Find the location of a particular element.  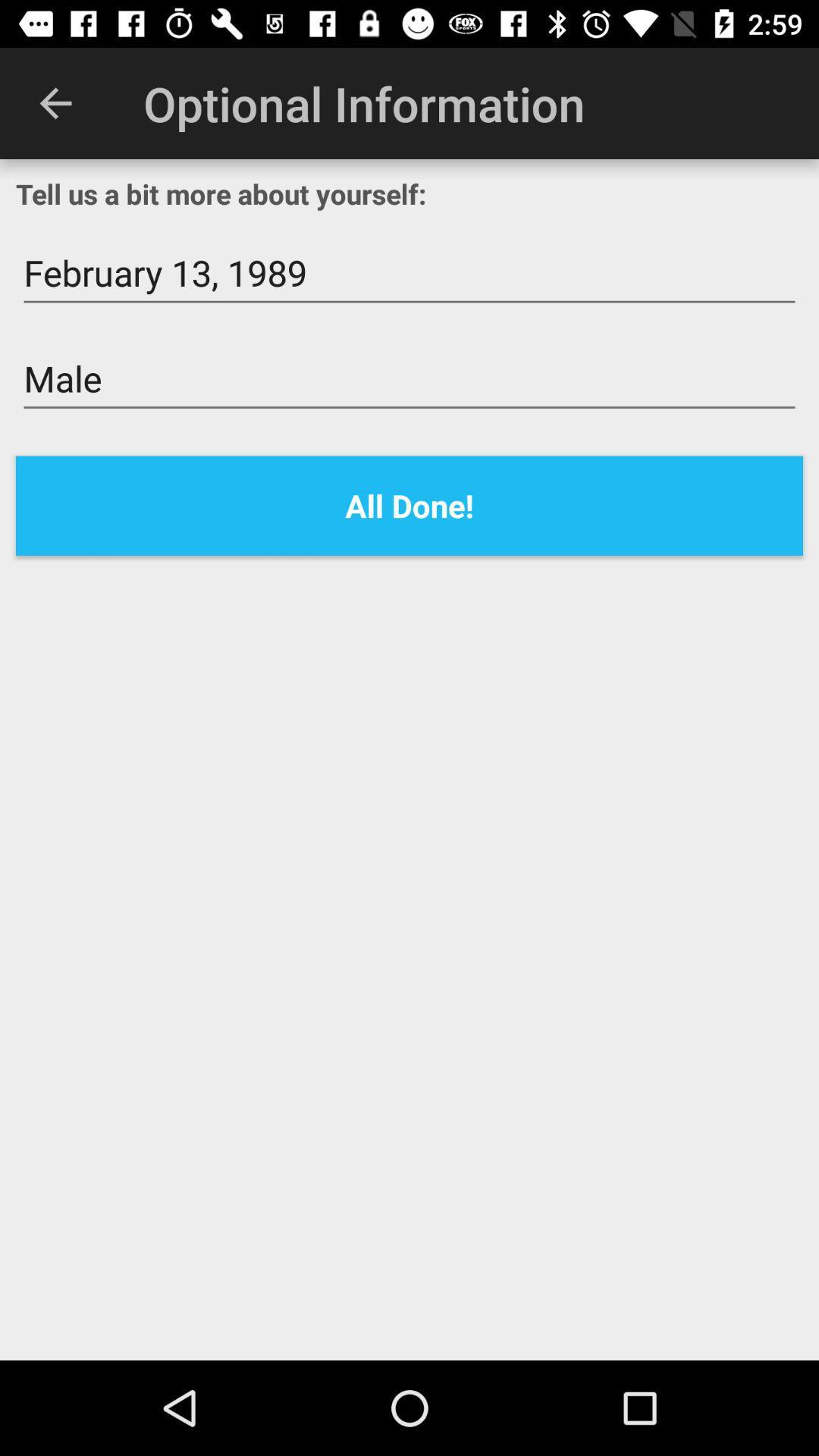

the icon below male is located at coordinates (409, 506).